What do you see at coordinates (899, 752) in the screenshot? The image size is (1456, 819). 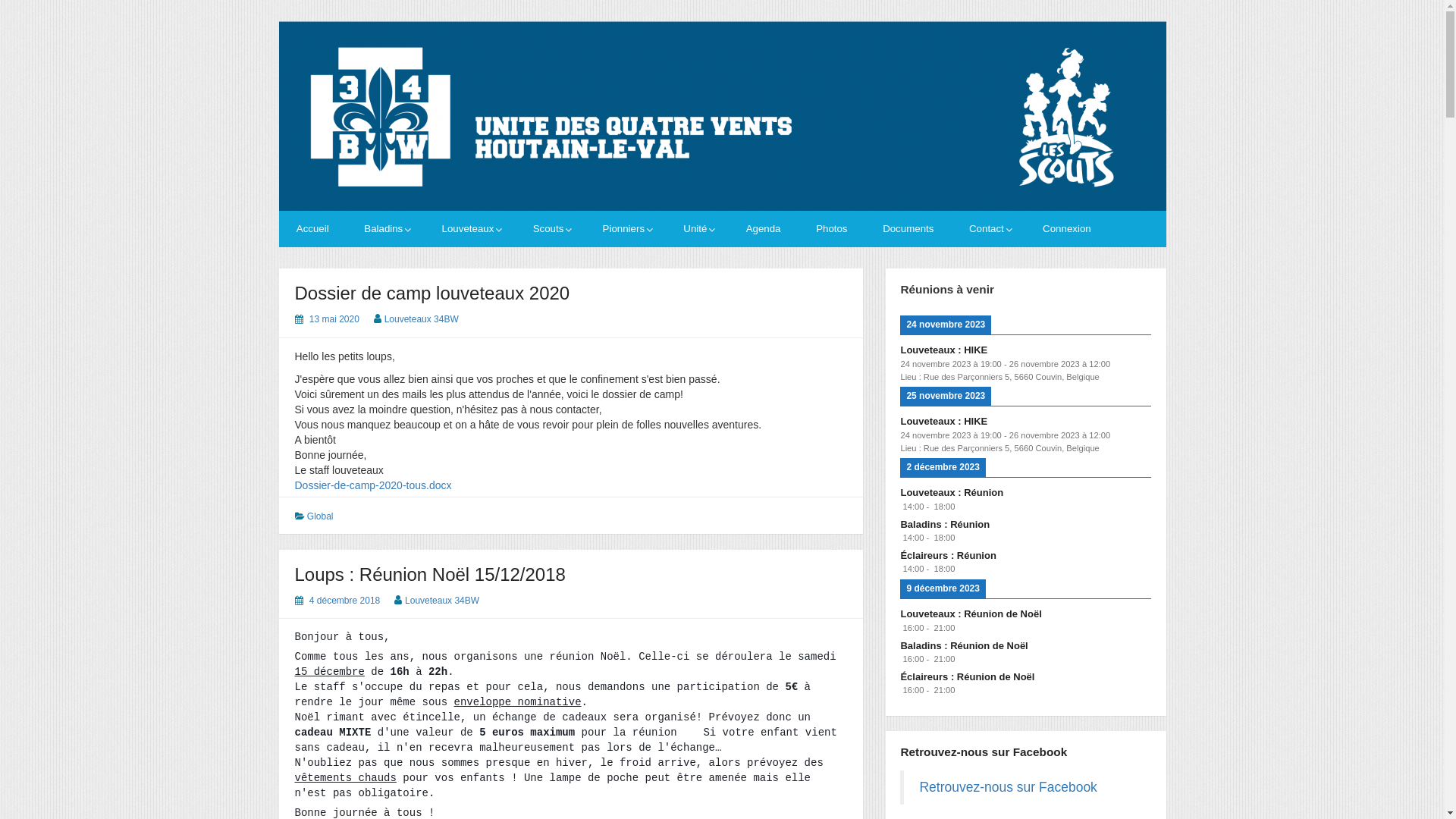 I see `'Retrouvez-nous sur Facebook'` at bounding box center [899, 752].